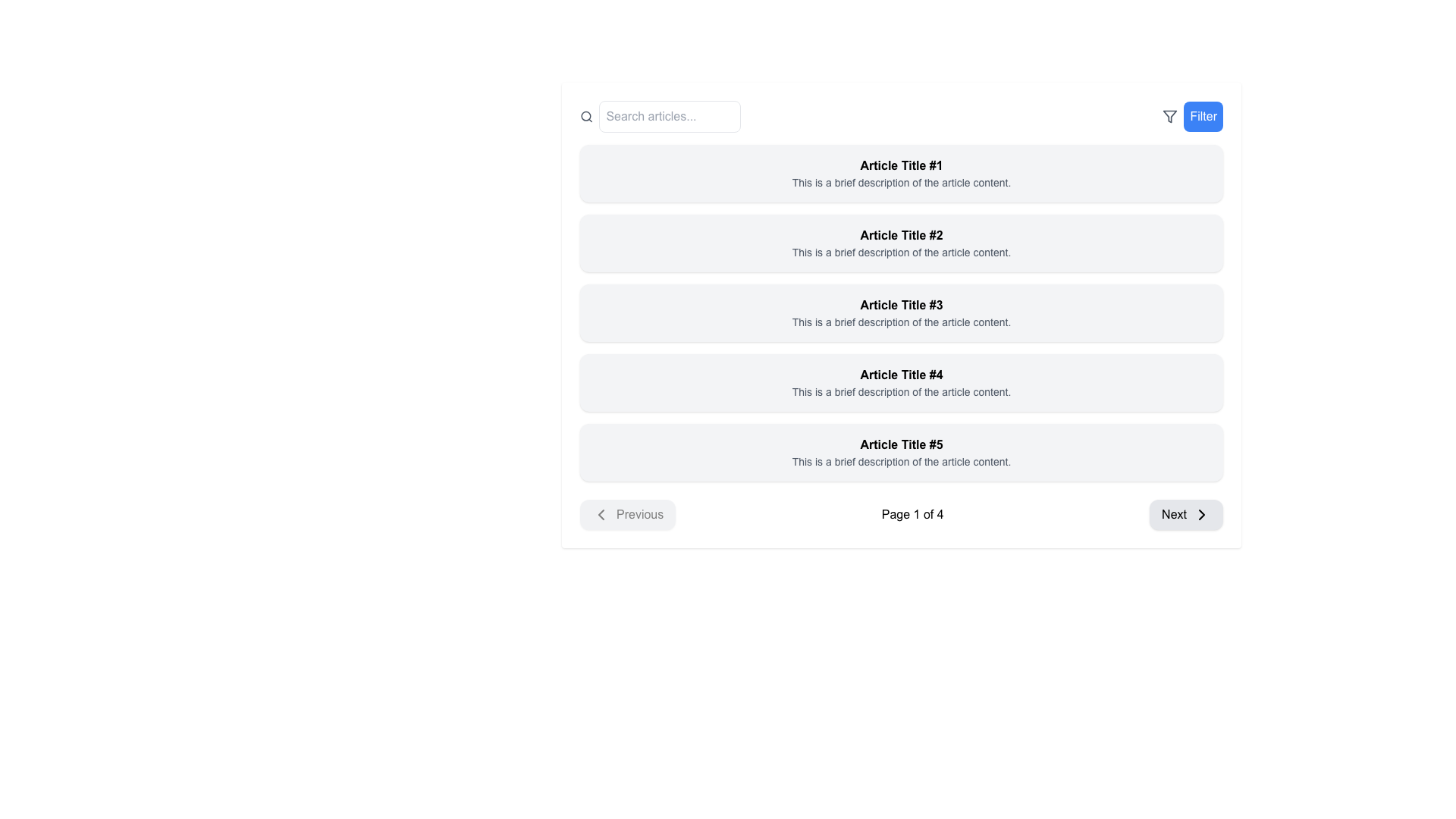 The height and width of the screenshot is (819, 1456). What do you see at coordinates (902, 305) in the screenshot?
I see `the text label displaying 'Article Title #3' which is styled in bold and located at the top of the third card in a vertical list of articles` at bounding box center [902, 305].